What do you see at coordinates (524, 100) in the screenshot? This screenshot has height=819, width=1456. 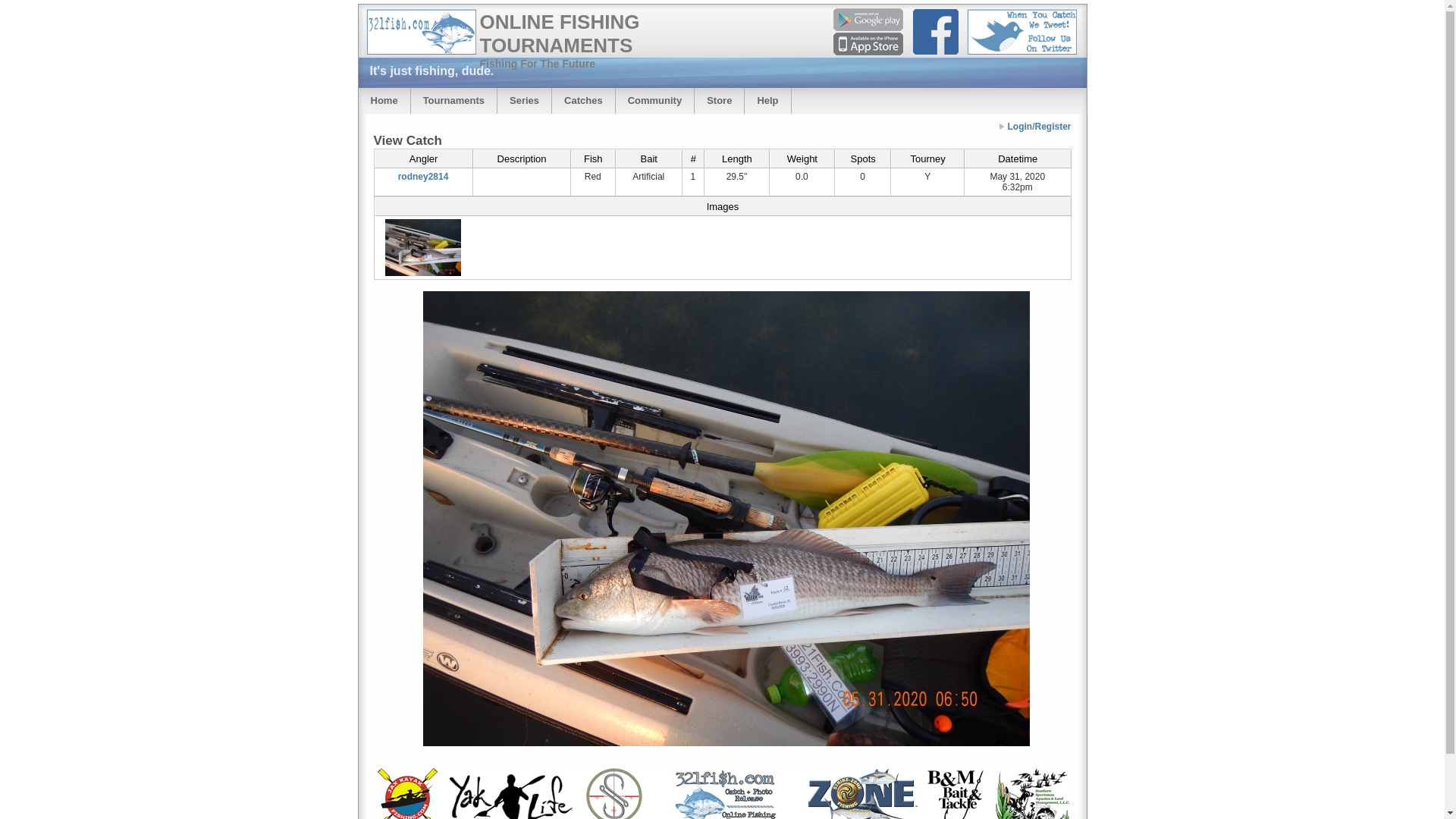 I see `'Series'` at bounding box center [524, 100].